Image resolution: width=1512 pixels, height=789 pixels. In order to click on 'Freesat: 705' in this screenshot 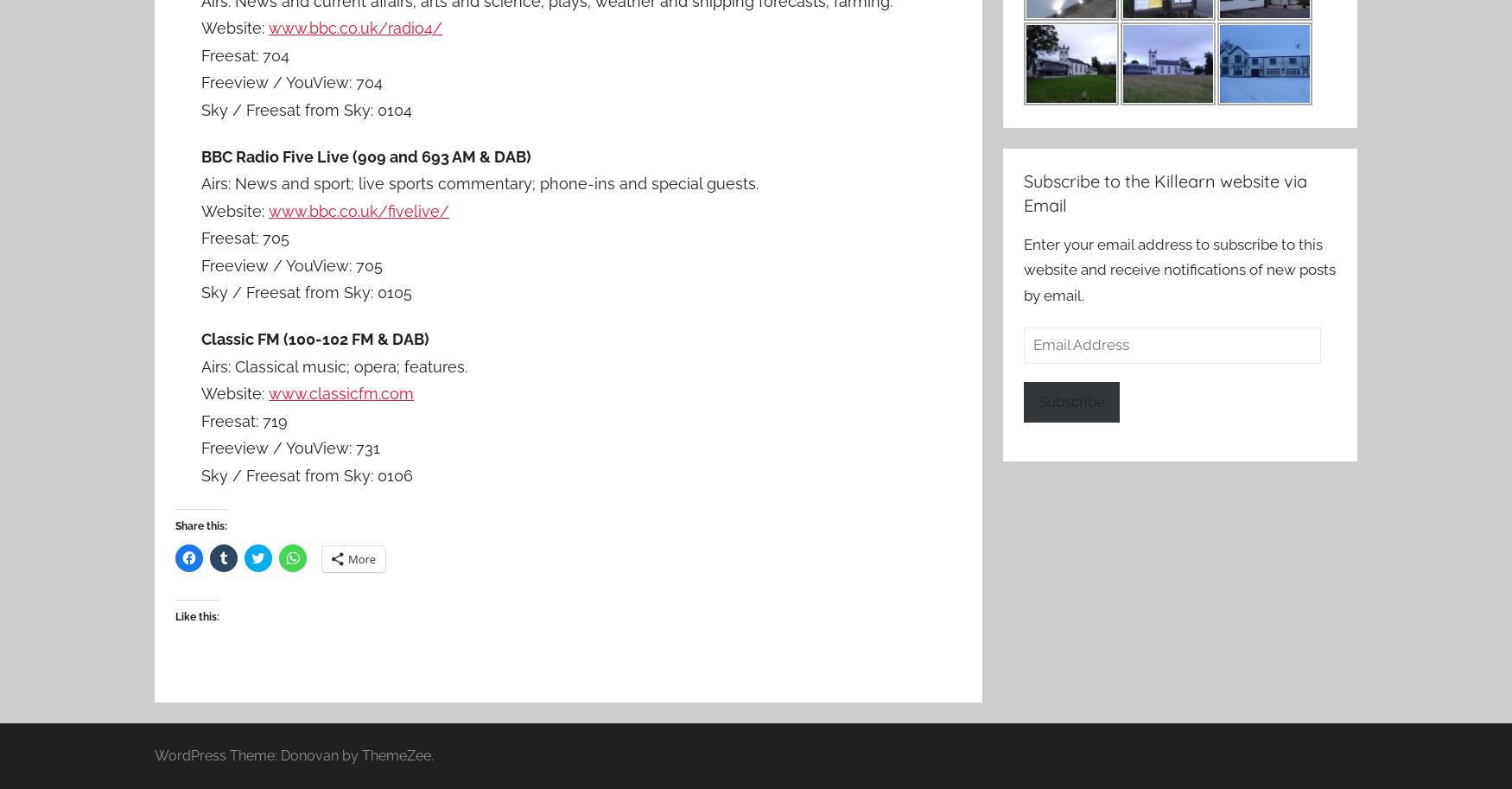, I will do `click(245, 238)`.